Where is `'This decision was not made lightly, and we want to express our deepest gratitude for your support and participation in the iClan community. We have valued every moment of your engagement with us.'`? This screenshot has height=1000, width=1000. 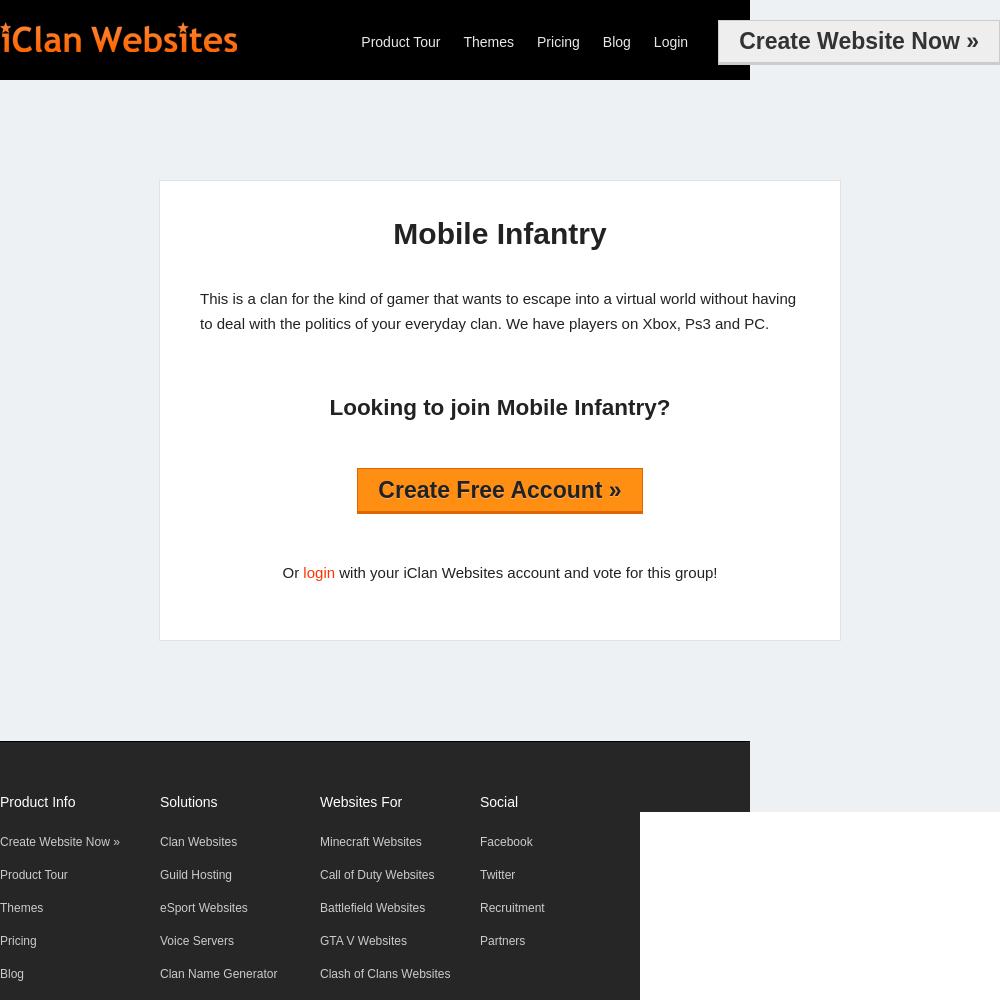 'This decision was not made lightly, and we want to express our deepest gratitude for your support and participation in the iClan community. We have valued every moment of your engagement with us.' is located at coordinates (382, 473).